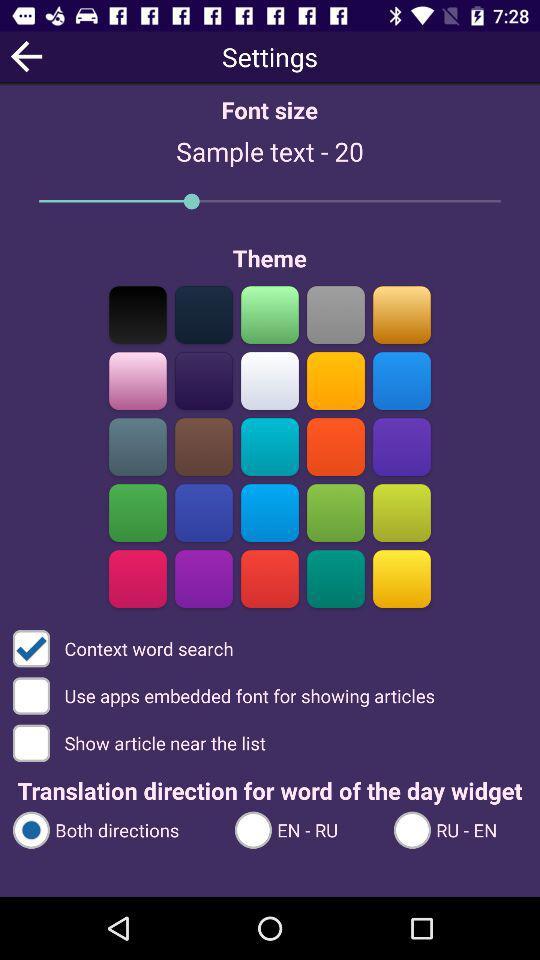 The height and width of the screenshot is (960, 540). Describe the element at coordinates (270, 314) in the screenshot. I see `change app theme` at that location.